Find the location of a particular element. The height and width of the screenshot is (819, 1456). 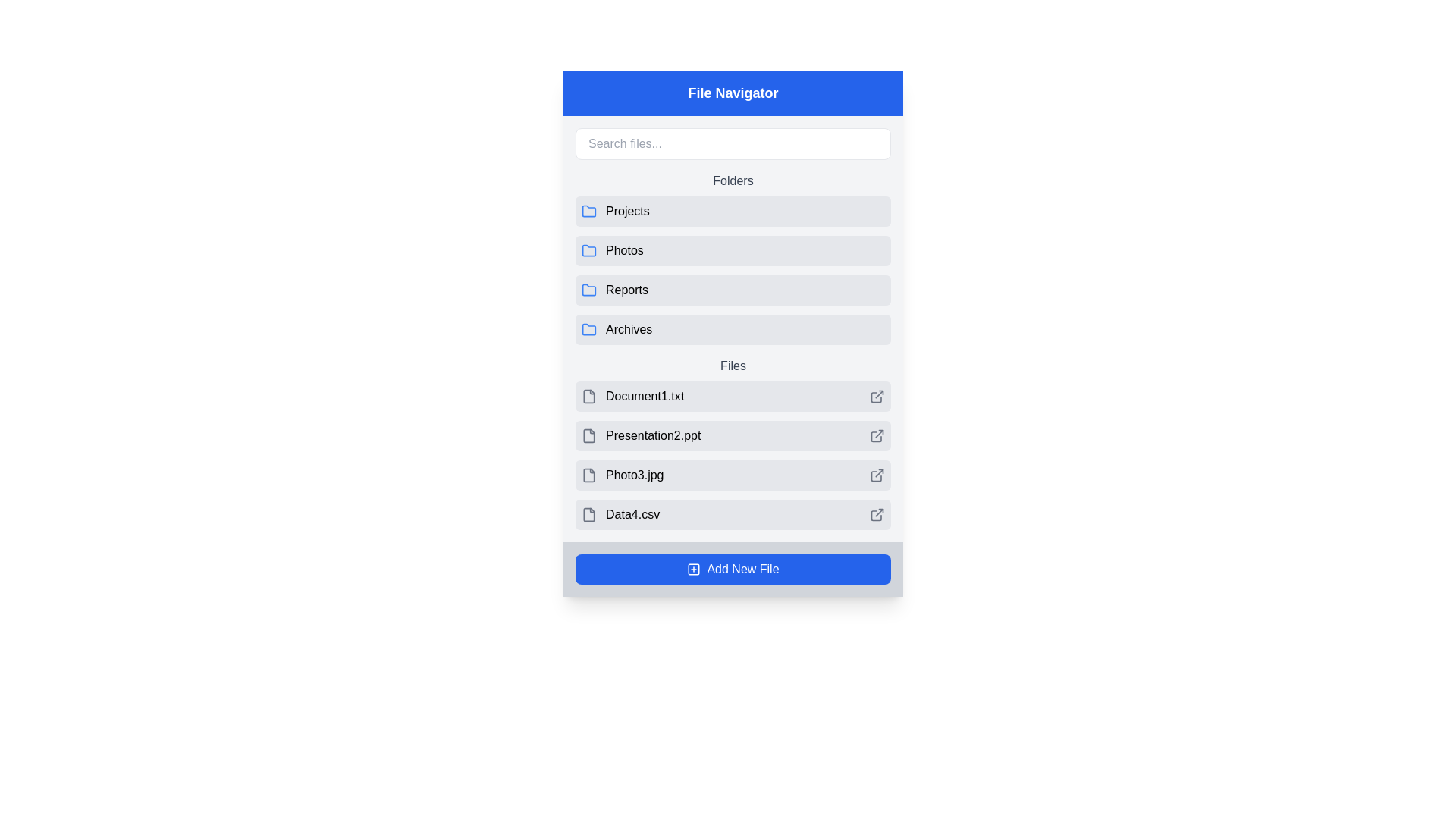

the third clickable list item panel labeled 'Reports' is located at coordinates (733, 290).